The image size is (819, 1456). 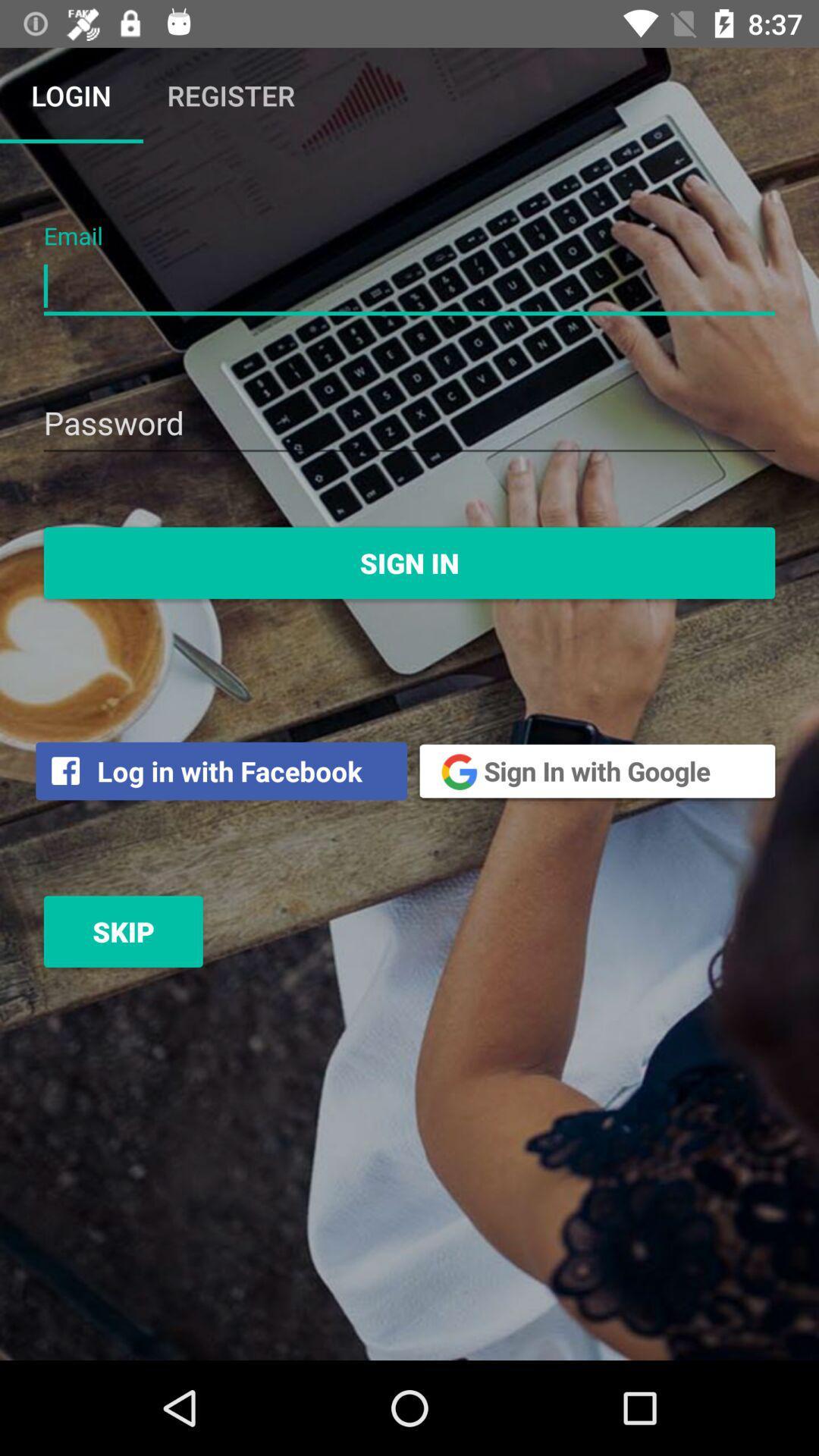 I want to click on field to put email address, so click(x=409, y=287).